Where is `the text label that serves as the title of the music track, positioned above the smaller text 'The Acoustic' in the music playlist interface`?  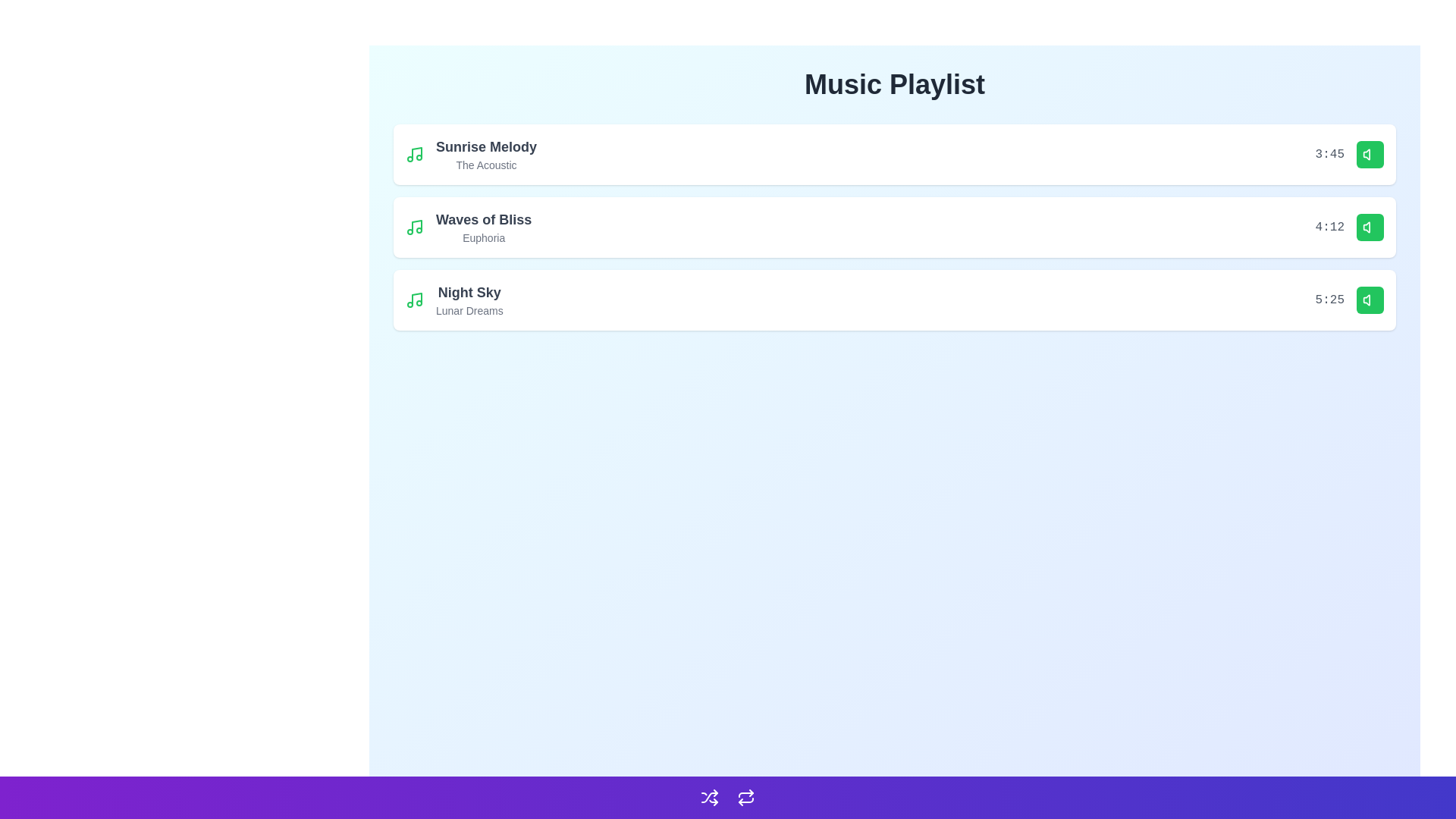
the text label that serves as the title of the music track, positioned above the smaller text 'The Acoustic' in the music playlist interface is located at coordinates (486, 146).